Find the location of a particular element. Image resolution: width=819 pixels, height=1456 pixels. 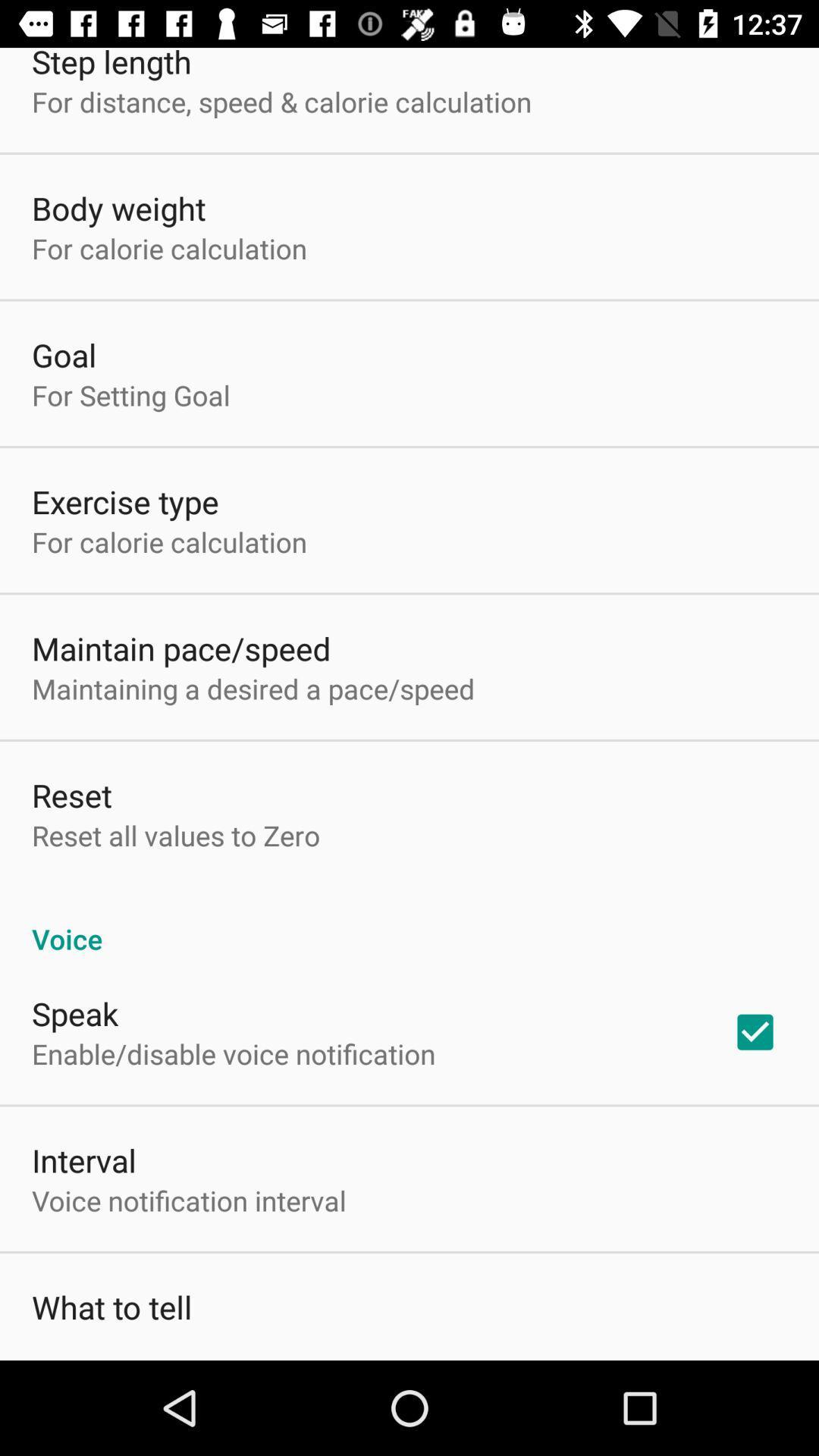

reset all values is located at coordinates (175, 834).